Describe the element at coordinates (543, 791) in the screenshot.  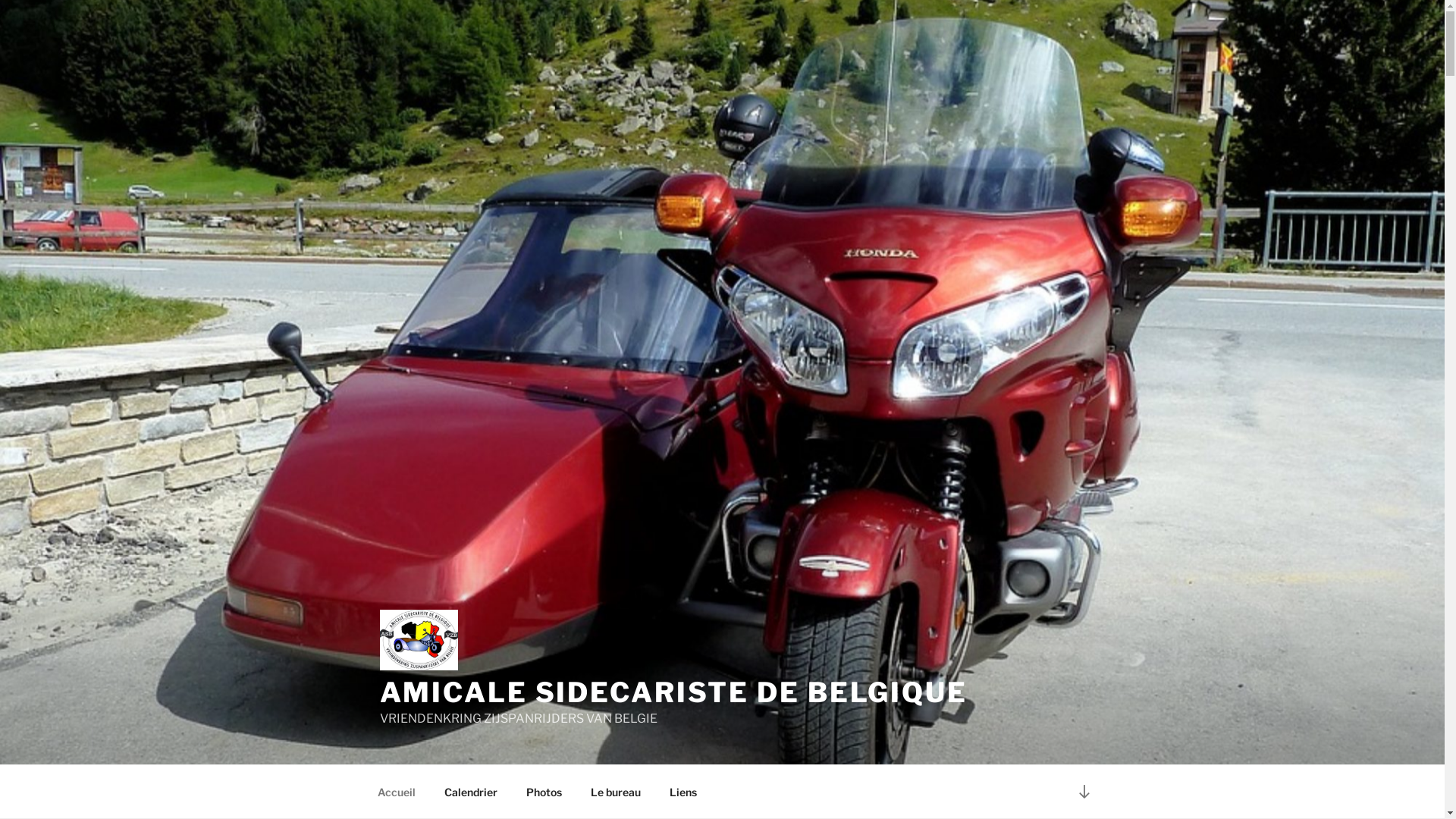
I see `'Photos'` at that location.